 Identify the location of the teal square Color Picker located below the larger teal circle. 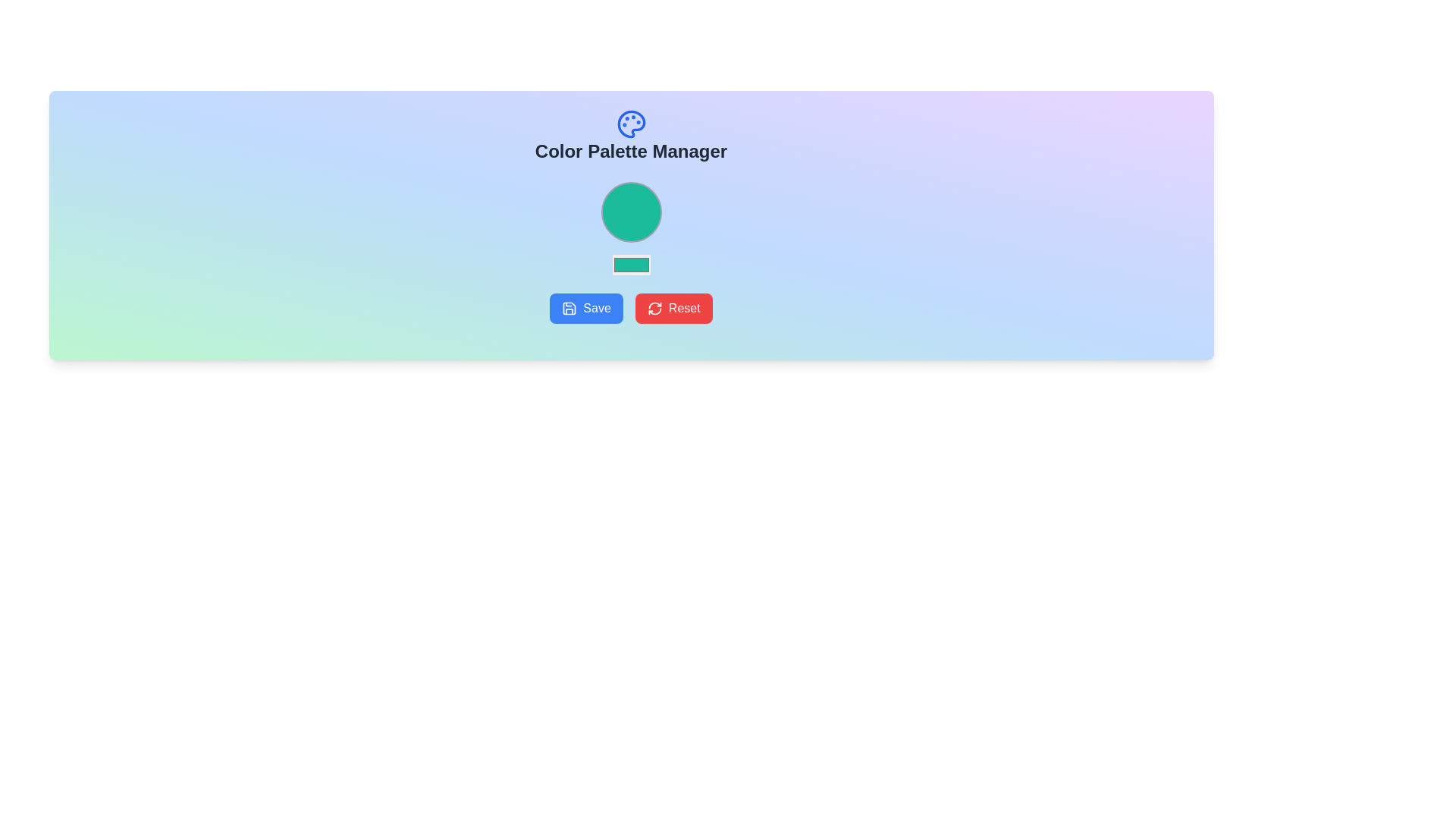
(631, 264).